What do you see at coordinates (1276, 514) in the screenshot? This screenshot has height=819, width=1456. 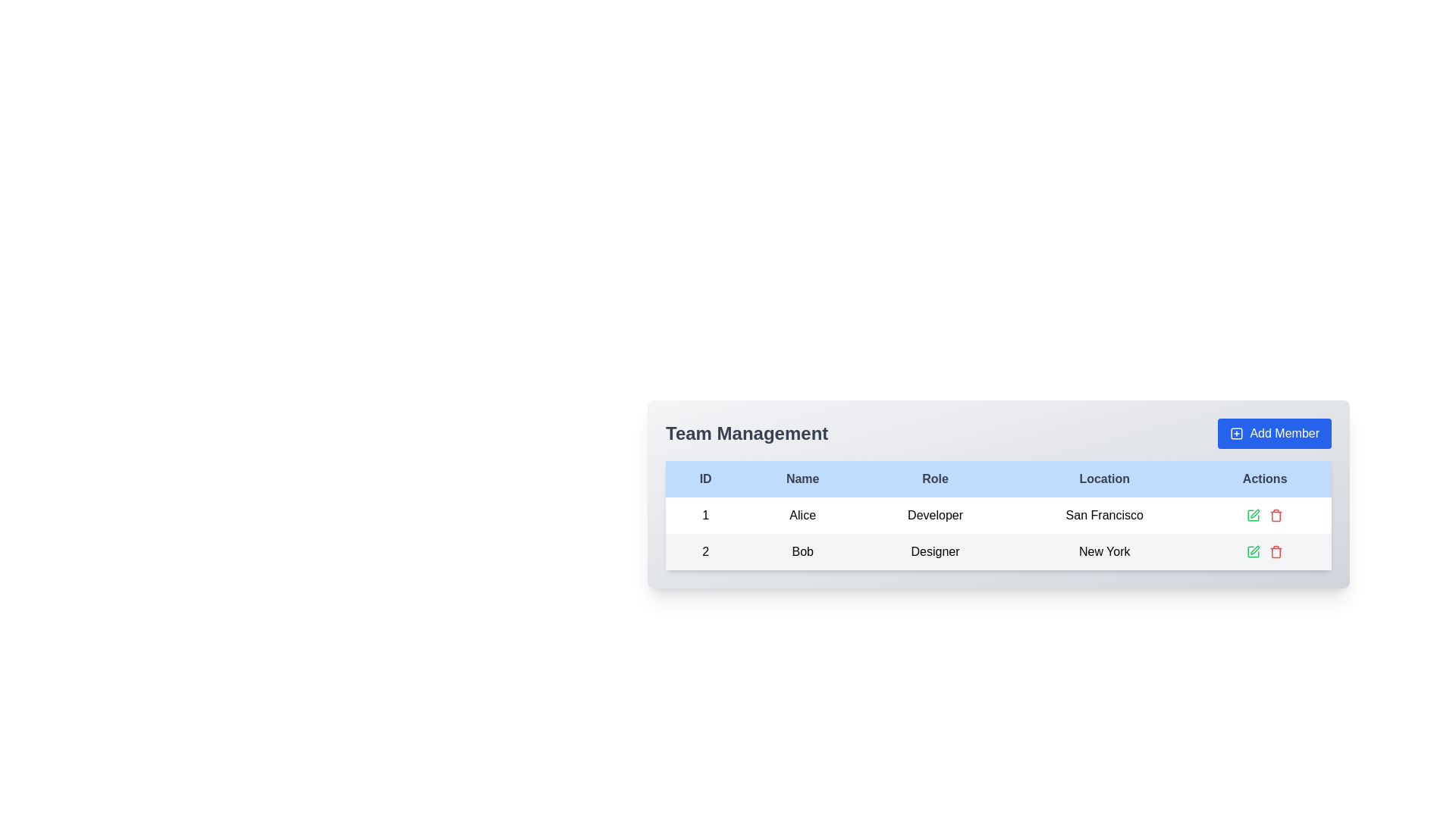 I see `the delete action button for the user 'Alice' in the 'Team Management' table` at bounding box center [1276, 514].